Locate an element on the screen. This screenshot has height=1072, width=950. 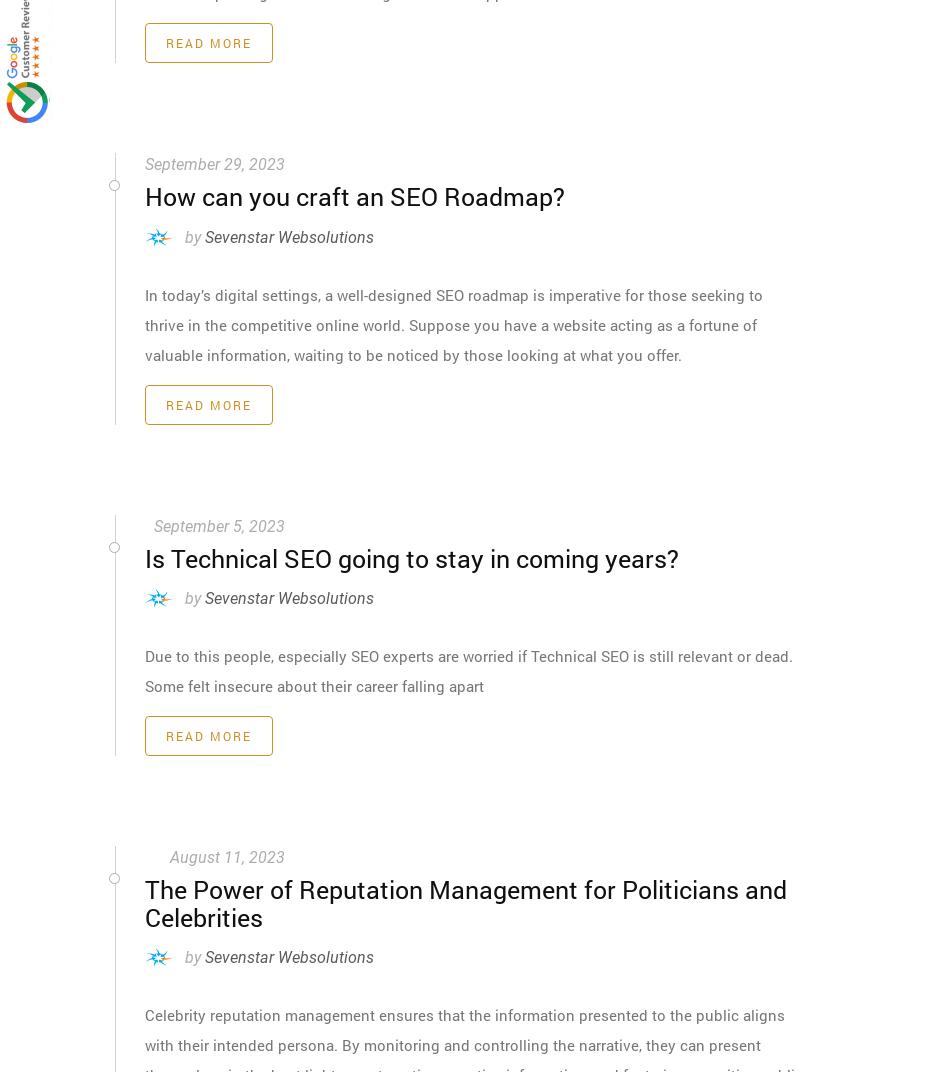
'September 5, 2023' is located at coordinates (219, 525).